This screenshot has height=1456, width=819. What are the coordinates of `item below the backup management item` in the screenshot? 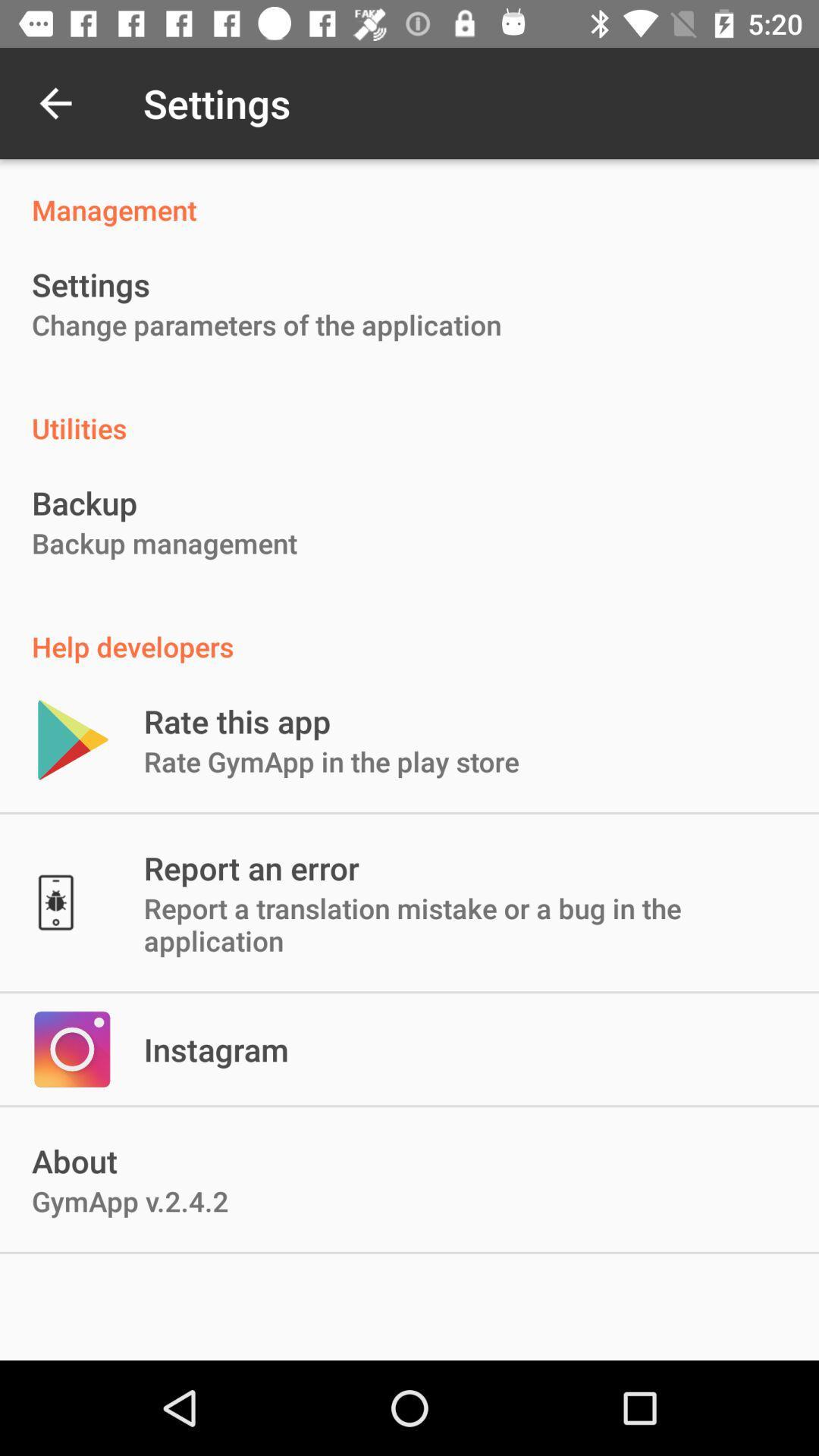 It's located at (409, 630).